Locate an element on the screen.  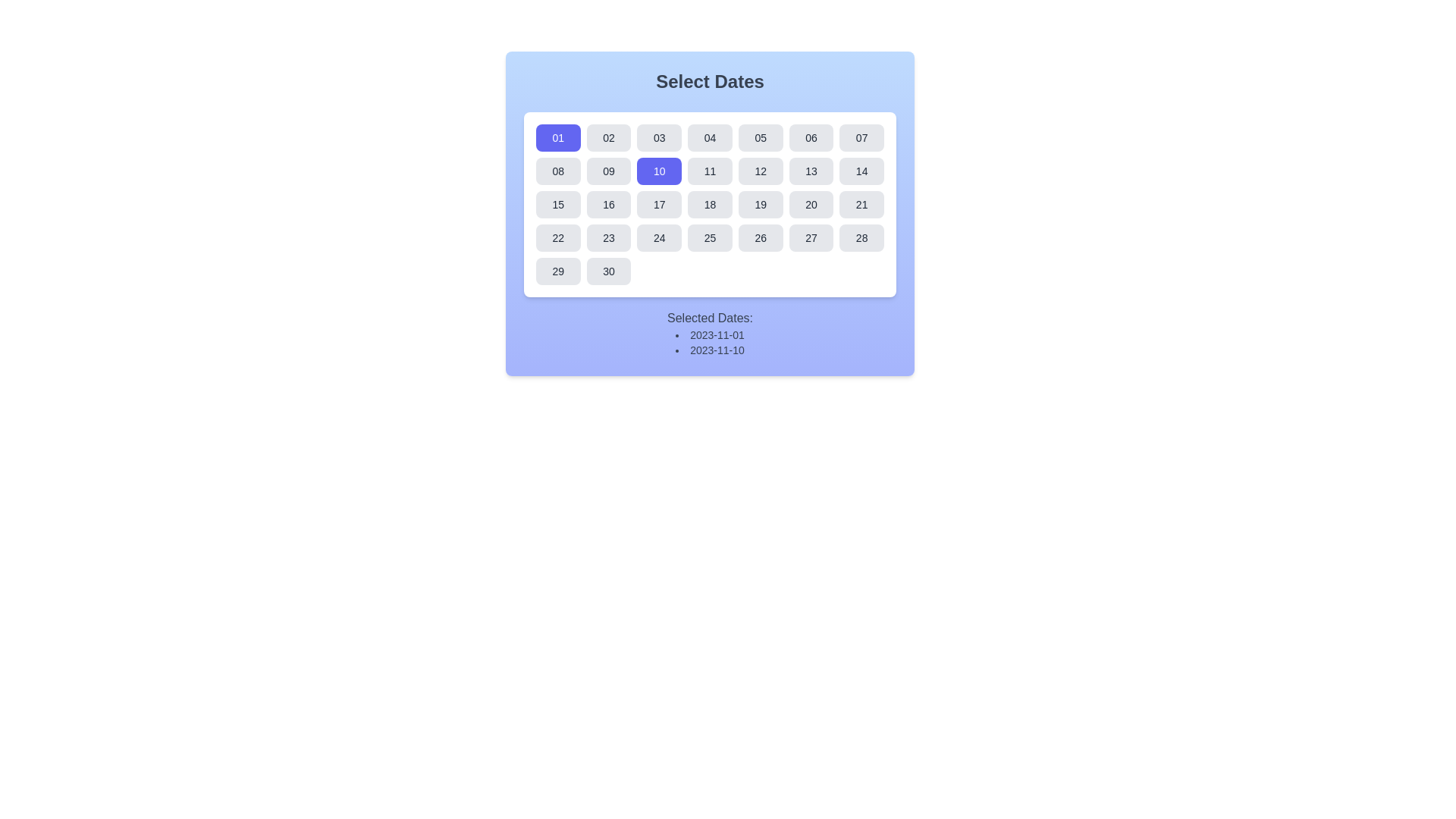
the small, rounded rectangular button displaying the number '19' in a graphical calendar interface is located at coordinates (761, 205).